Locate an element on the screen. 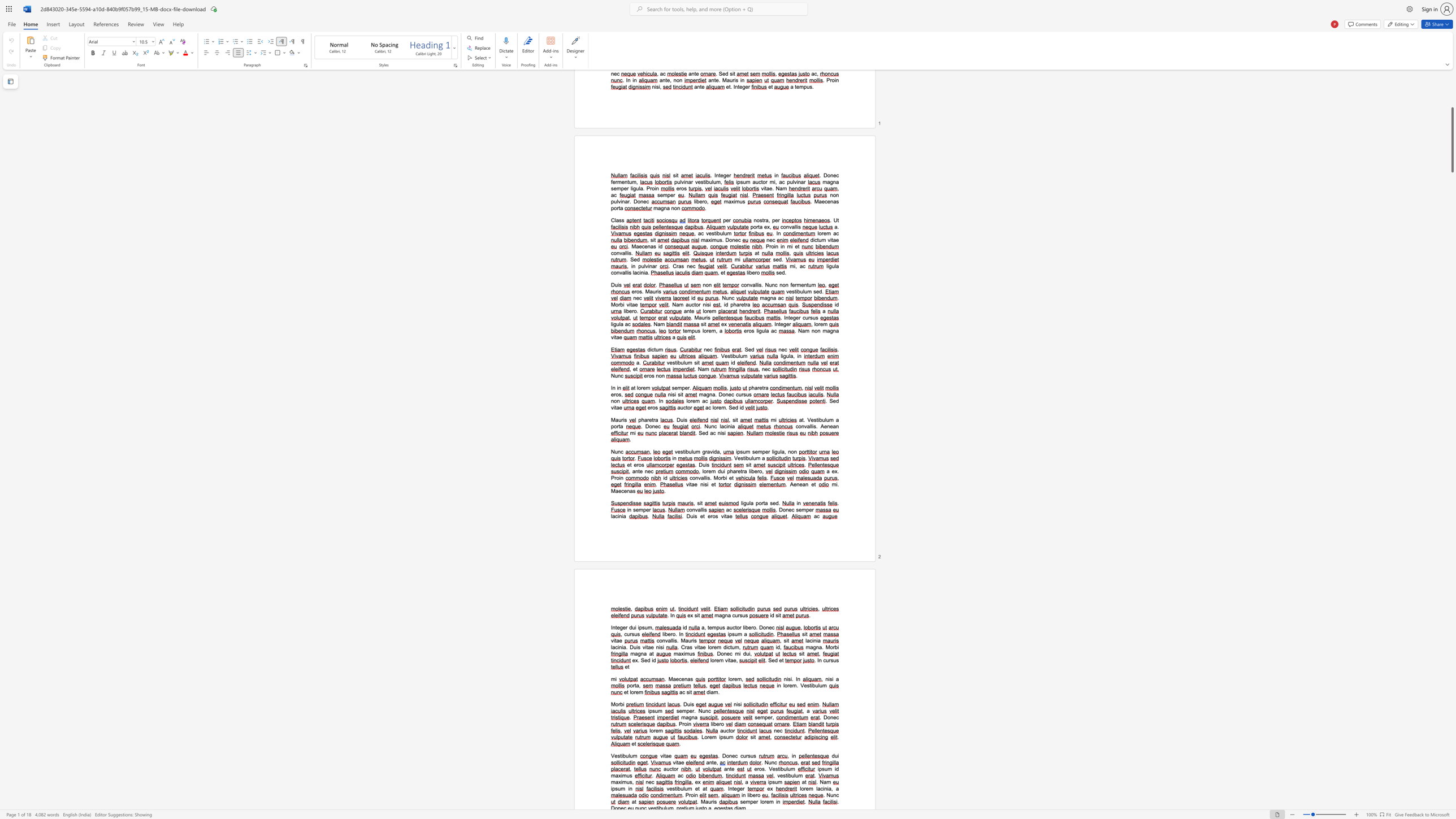 The width and height of the screenshot is (1456, 819). the 1th character "." in the text is located at coordinates (785, 484).